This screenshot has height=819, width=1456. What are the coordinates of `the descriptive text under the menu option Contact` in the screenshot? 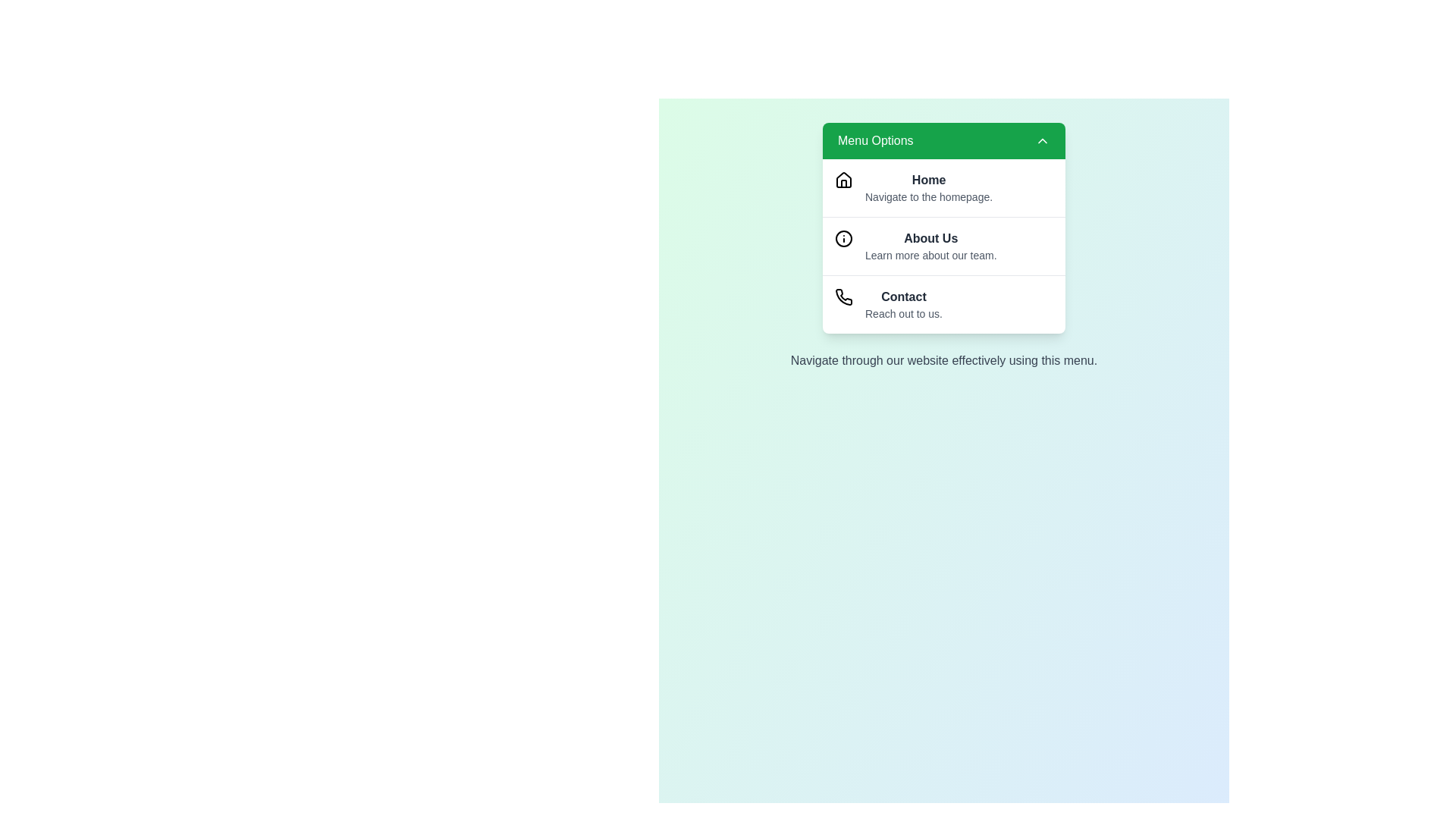 It's located at (903, 312).